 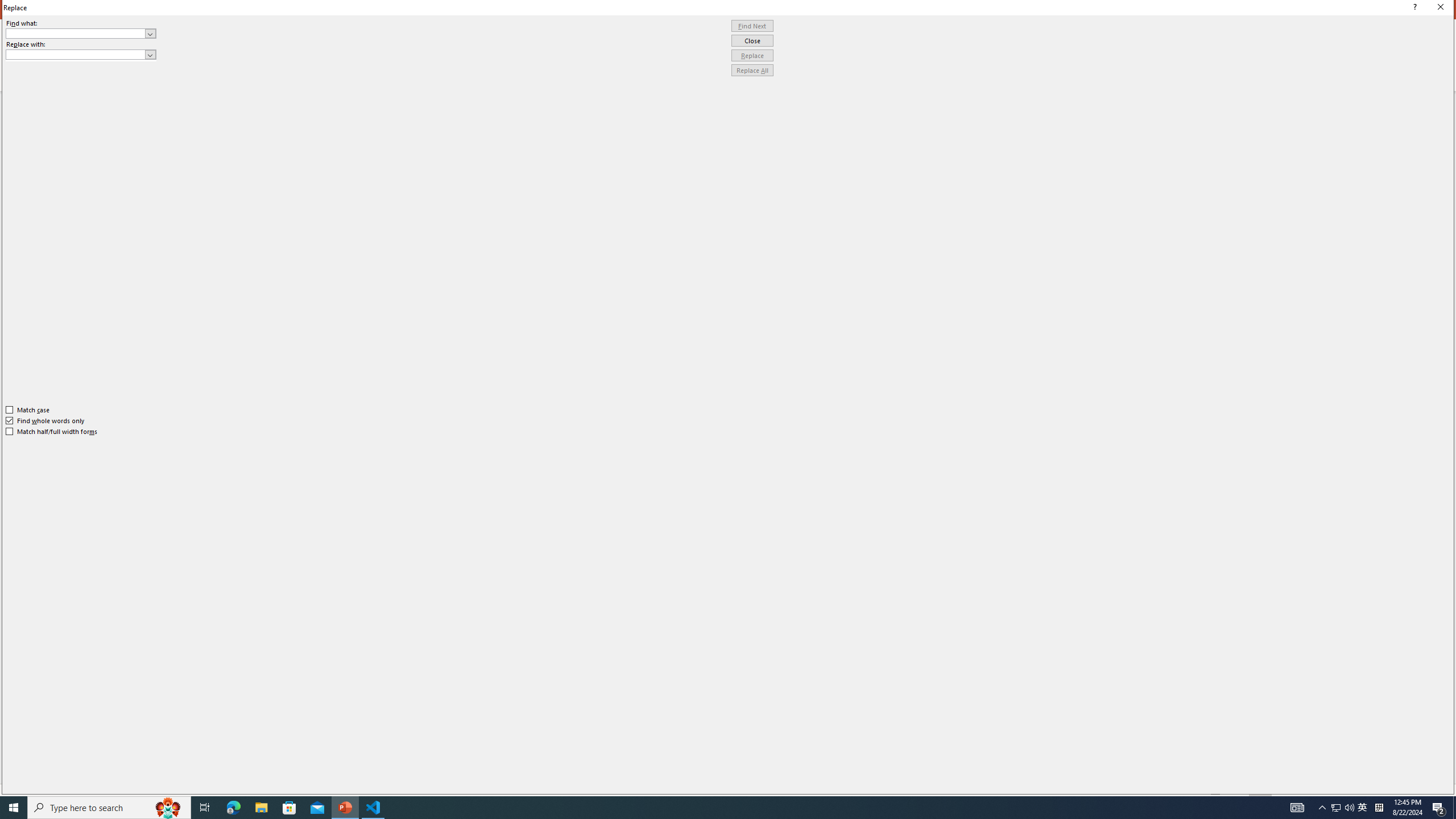 I want to click on 'Replace All', so click(x=752, y=69).